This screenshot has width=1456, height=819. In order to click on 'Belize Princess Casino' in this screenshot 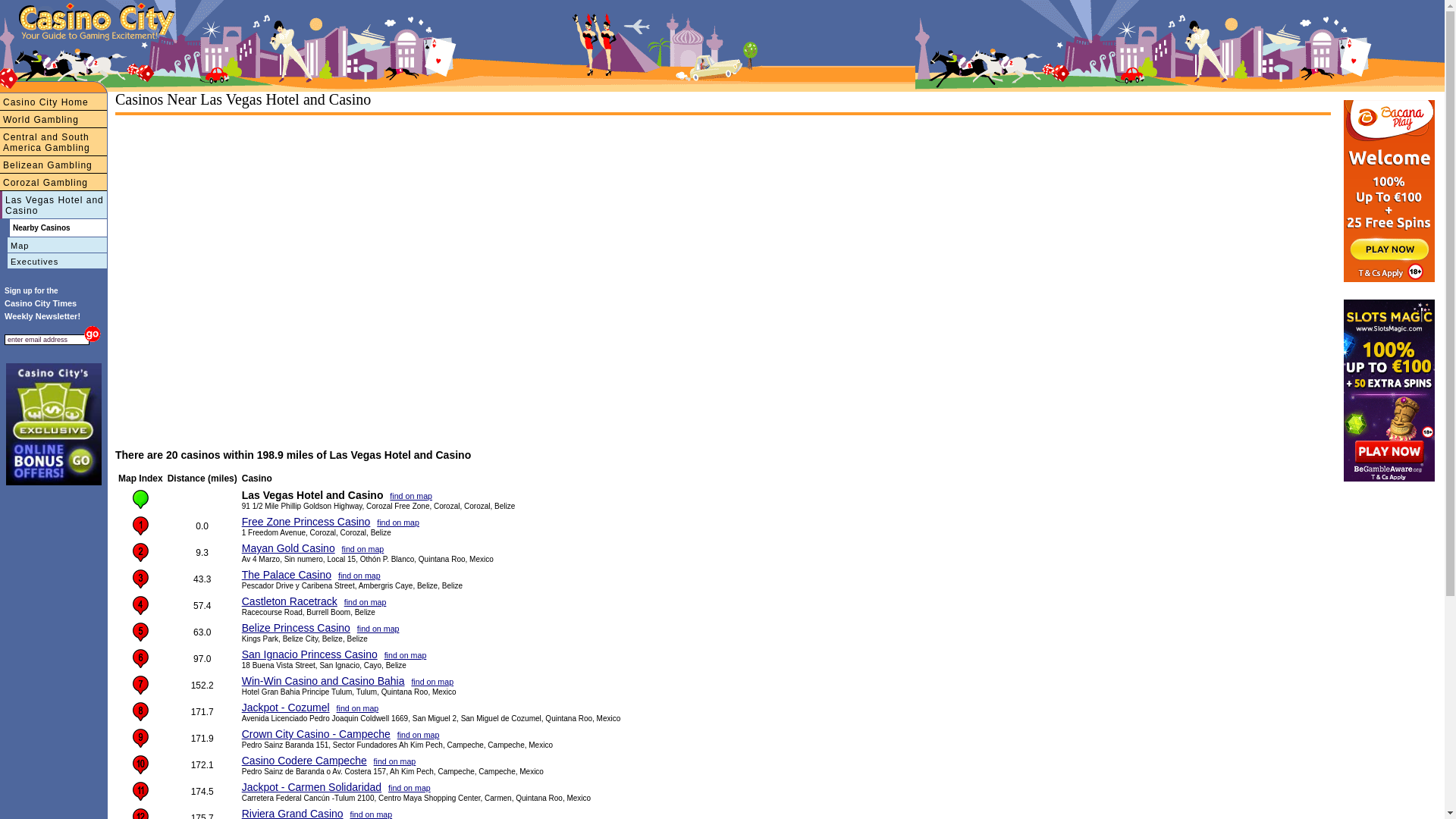, I will do `click(296, 628)`.